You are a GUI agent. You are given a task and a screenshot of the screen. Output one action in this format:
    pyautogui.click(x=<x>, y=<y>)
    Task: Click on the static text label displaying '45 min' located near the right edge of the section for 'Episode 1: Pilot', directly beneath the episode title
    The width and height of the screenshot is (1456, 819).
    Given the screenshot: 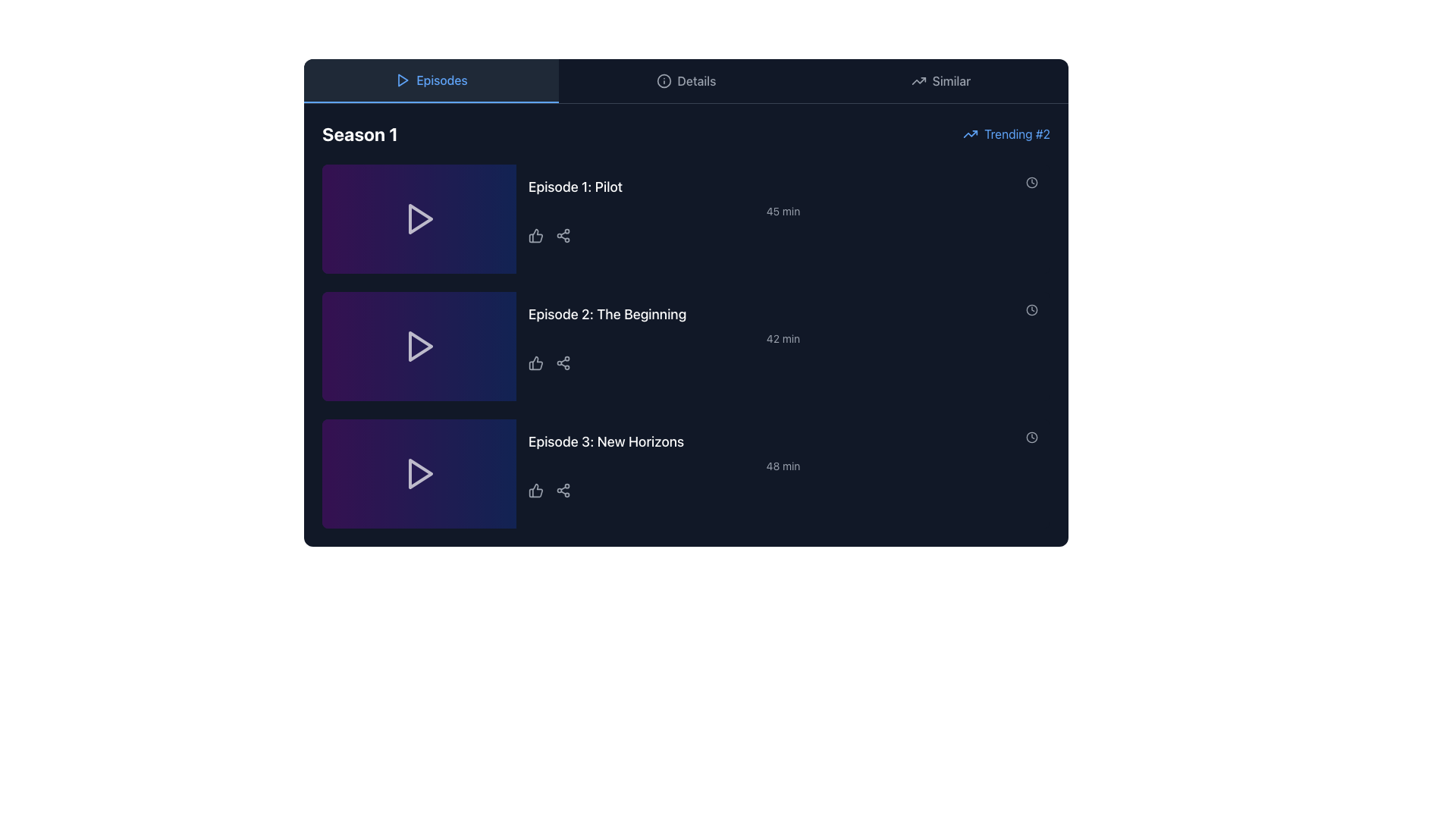 What is the action you would take?
    pyautogui.click(x=783, y=211)
    